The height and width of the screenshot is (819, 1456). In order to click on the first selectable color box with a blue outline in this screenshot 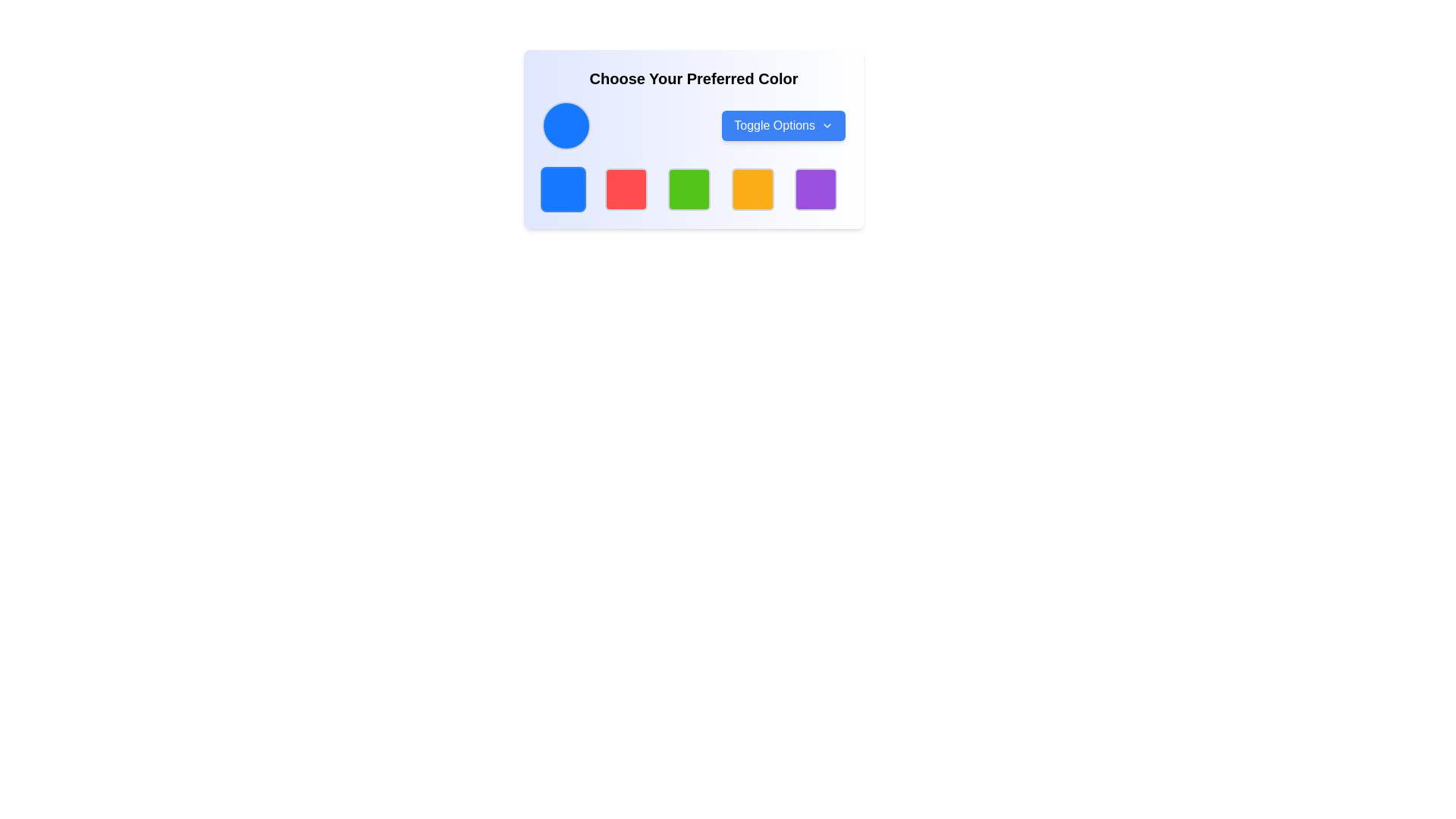, I will do `click(563, 189)`.